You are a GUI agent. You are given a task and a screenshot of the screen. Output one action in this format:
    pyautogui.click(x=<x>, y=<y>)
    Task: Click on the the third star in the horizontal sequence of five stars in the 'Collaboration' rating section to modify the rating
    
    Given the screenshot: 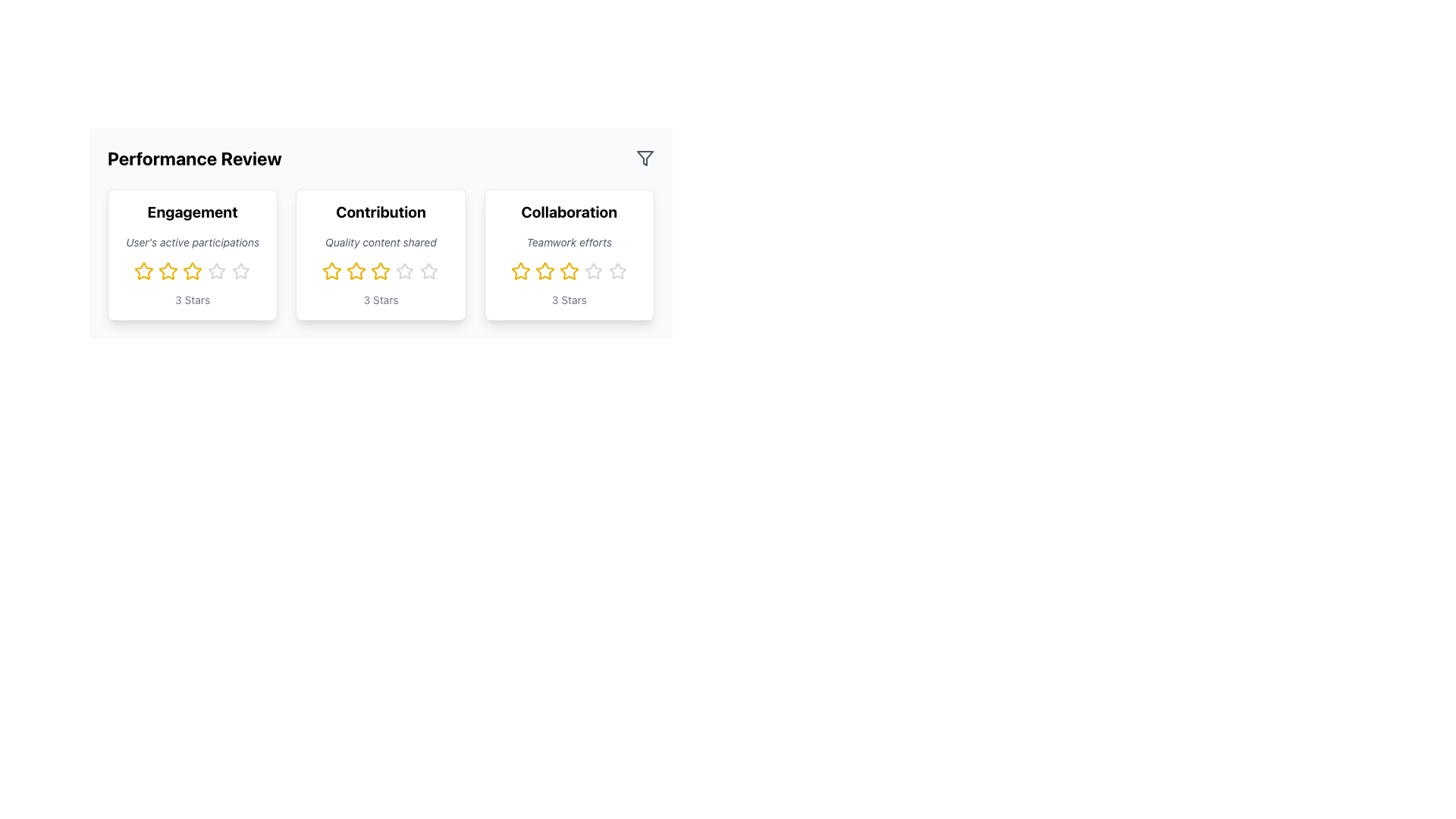 What is the action you would take?
    pyautogui.click(x=568, y=271)
    